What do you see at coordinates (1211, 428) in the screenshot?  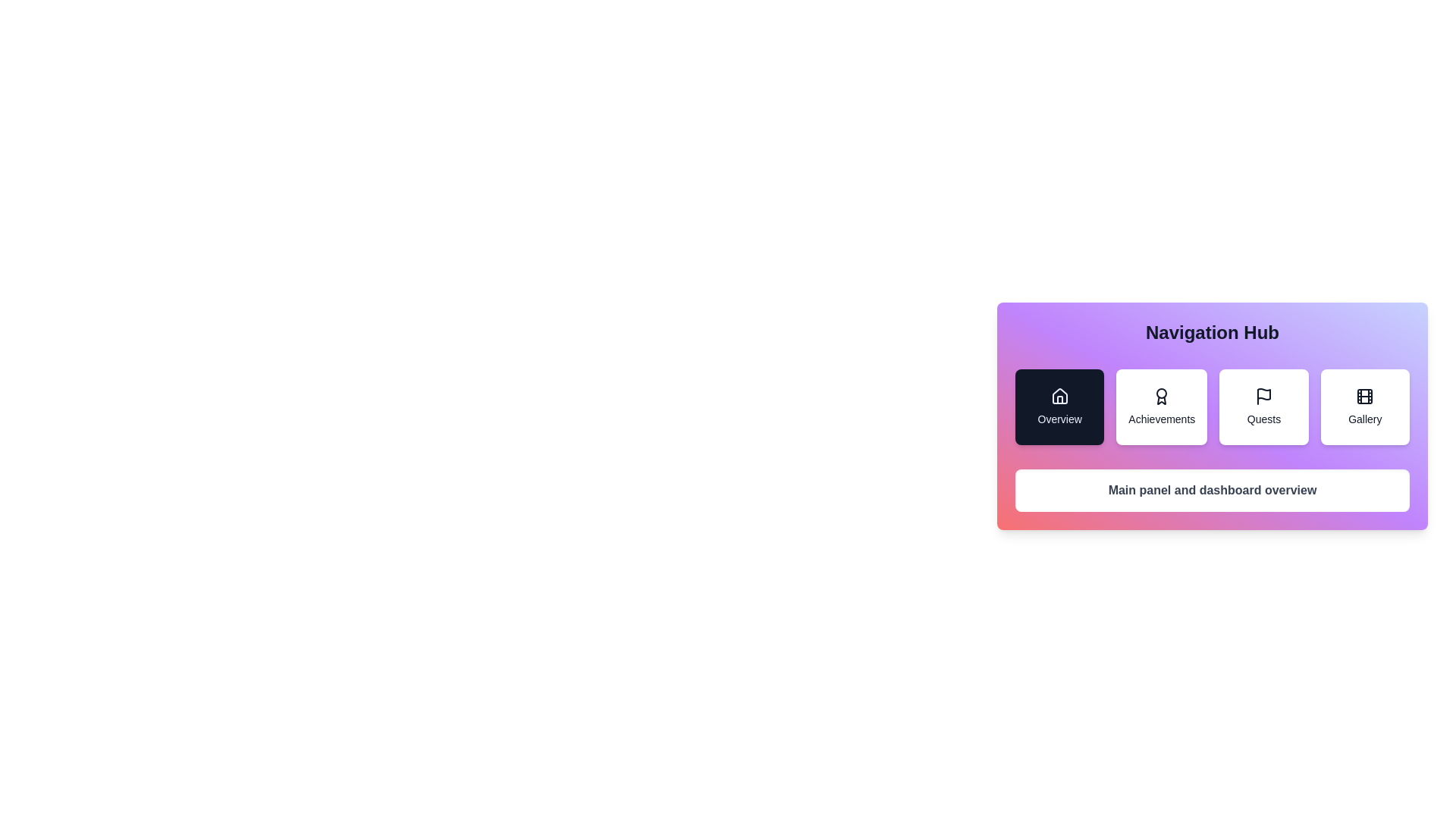 I see `any button within the centrally aligned navigation panel that provides access to sections like overview, achievements, quests, and gallery` at bounding box center [1211, 428].